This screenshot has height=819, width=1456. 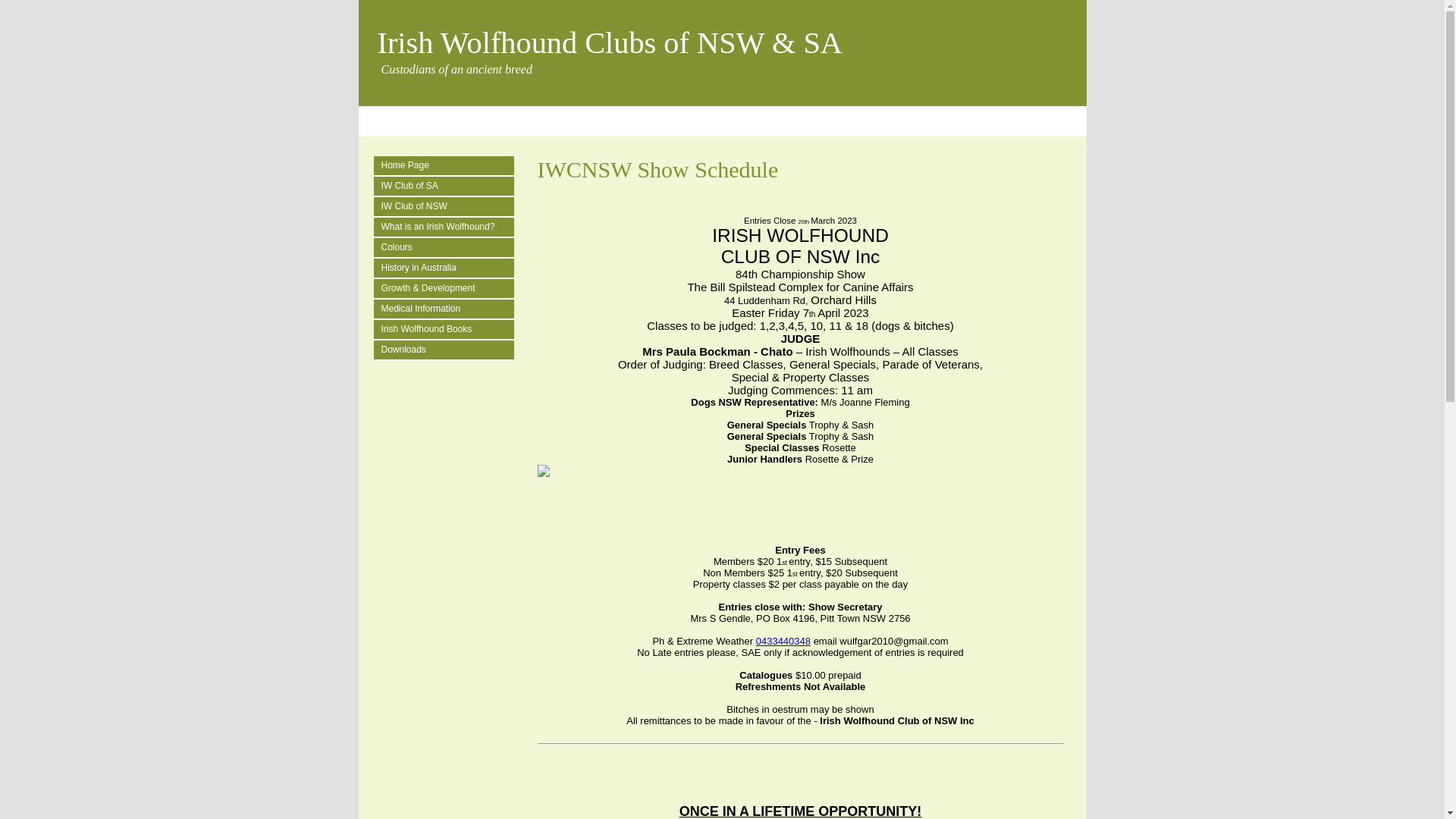 I want to click on 'Home Page', so click(x=446, y=165).